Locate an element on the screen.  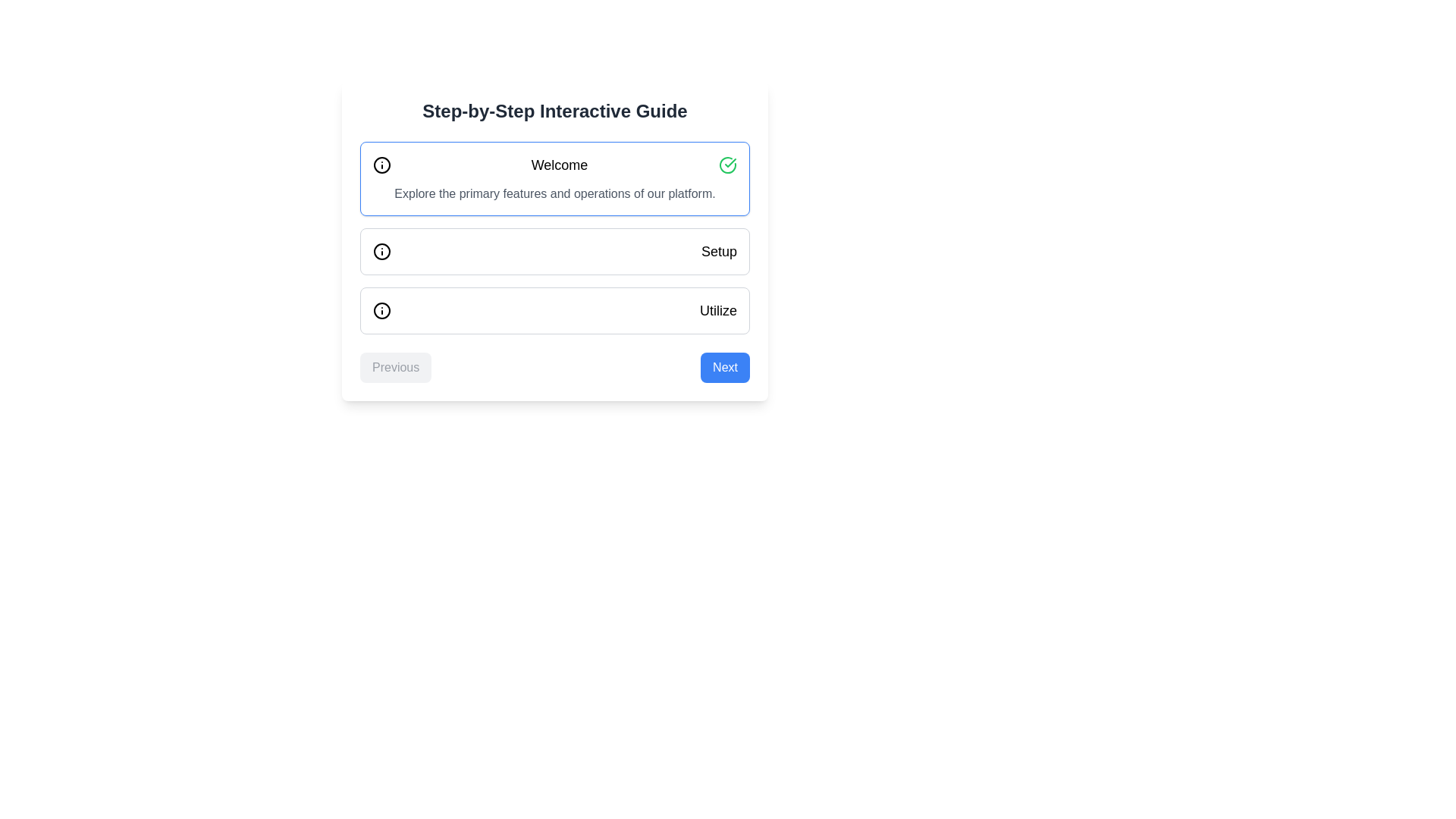
the welcoming message Text label that guides the user through the interface, located at the top of a bordered box in the central part of the interface is located at coordinates (554, 165).